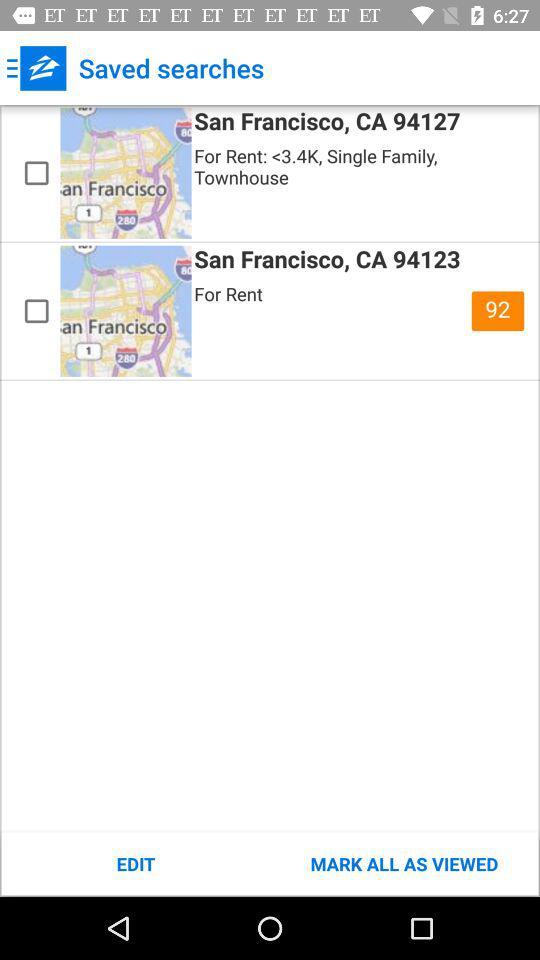 The width and height of the screenshot is (540, 960). What do you see at coordinates (496, 311) in the screenshot?
I see `item at the top right corner` at bounding box center [496, 311].